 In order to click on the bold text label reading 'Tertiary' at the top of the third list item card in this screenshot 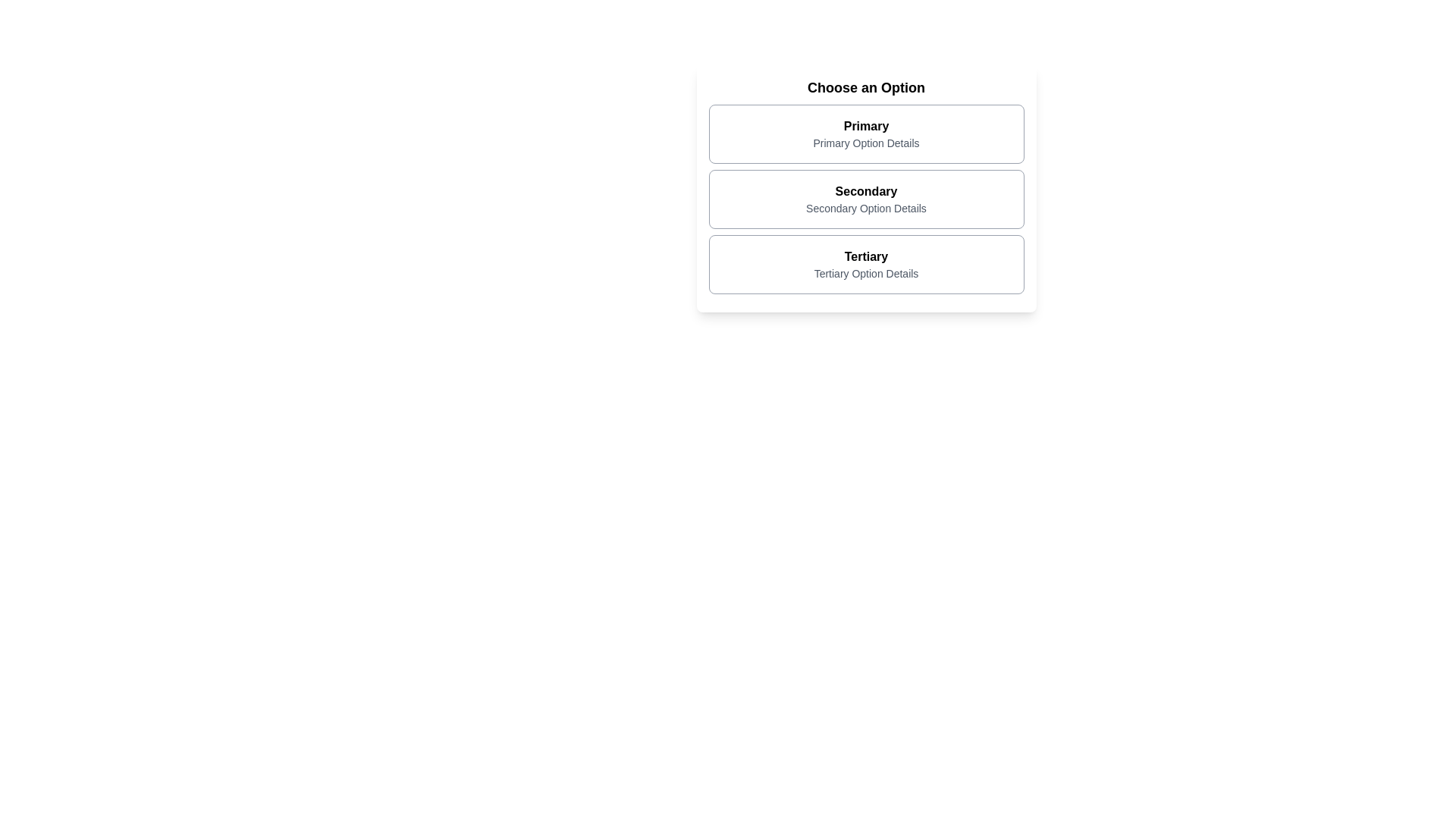, I will do `click(866, 256)`.